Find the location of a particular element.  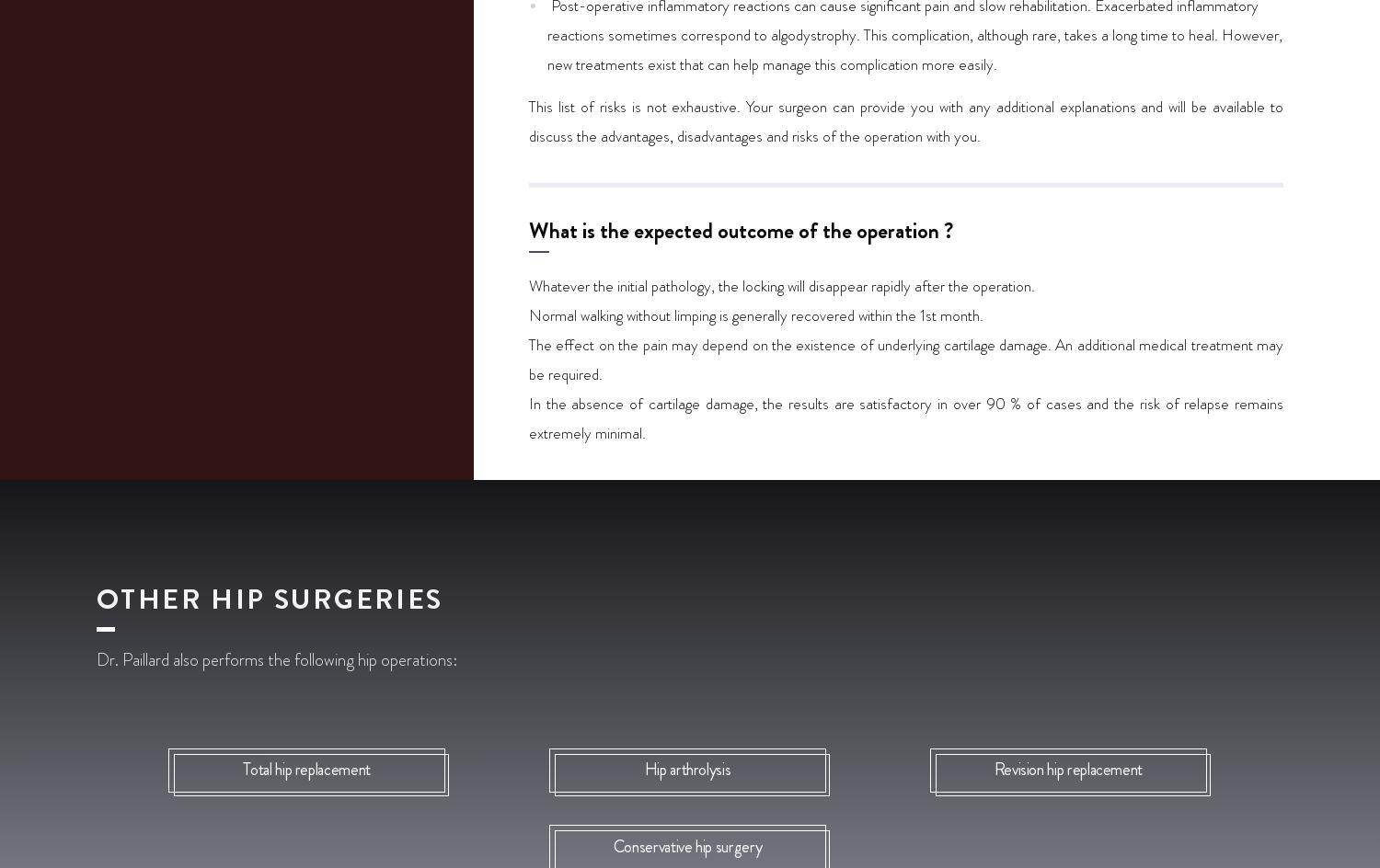

'Conservative hip surgery' is located at coordinates (613, 845).